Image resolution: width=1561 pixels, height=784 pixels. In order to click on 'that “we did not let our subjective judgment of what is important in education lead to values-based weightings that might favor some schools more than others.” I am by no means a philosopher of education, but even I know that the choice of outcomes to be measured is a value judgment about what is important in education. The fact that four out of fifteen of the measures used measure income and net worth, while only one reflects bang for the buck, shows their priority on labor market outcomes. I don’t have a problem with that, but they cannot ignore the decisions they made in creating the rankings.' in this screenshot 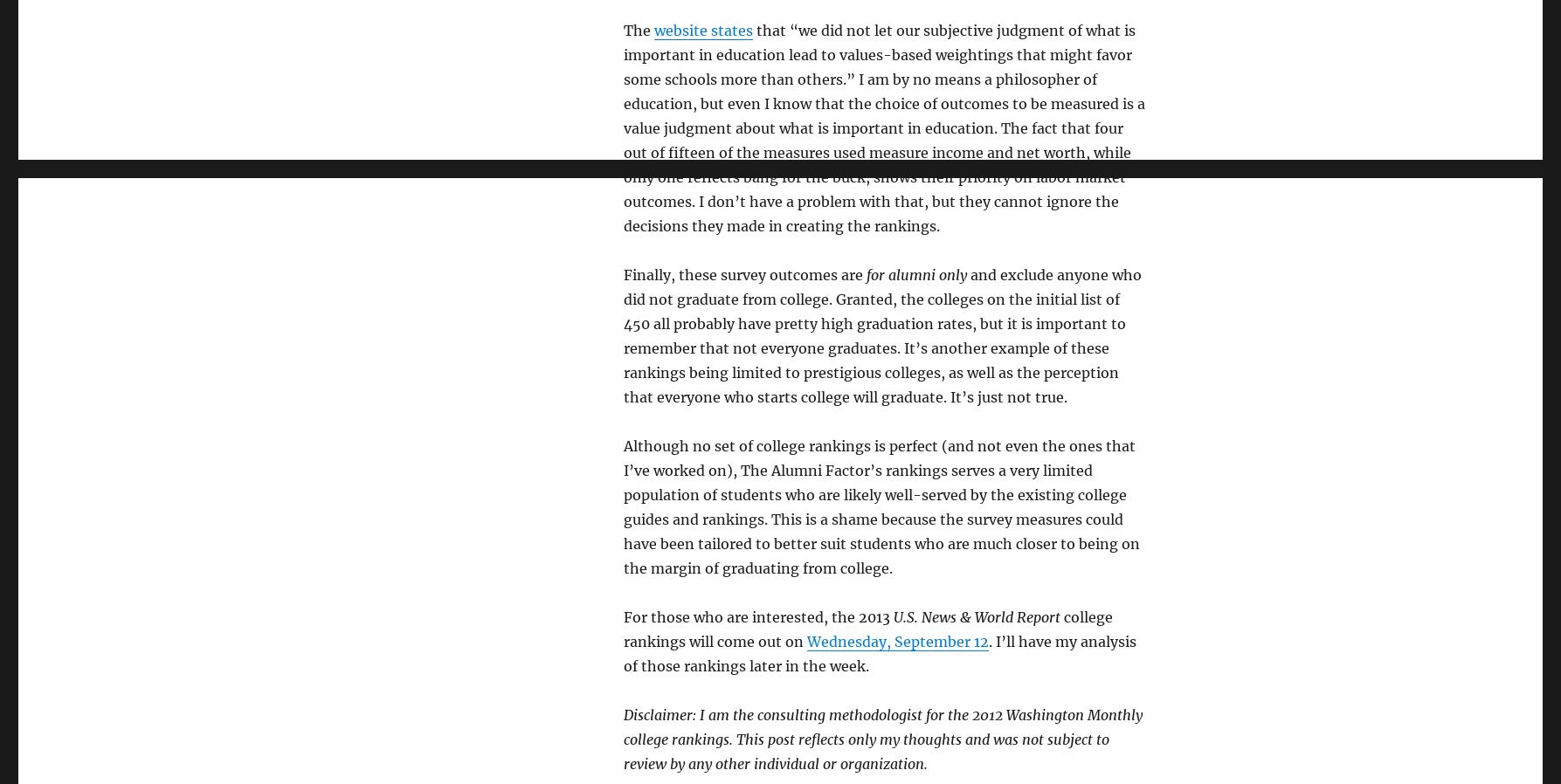, I will do `click(622, 127)`.